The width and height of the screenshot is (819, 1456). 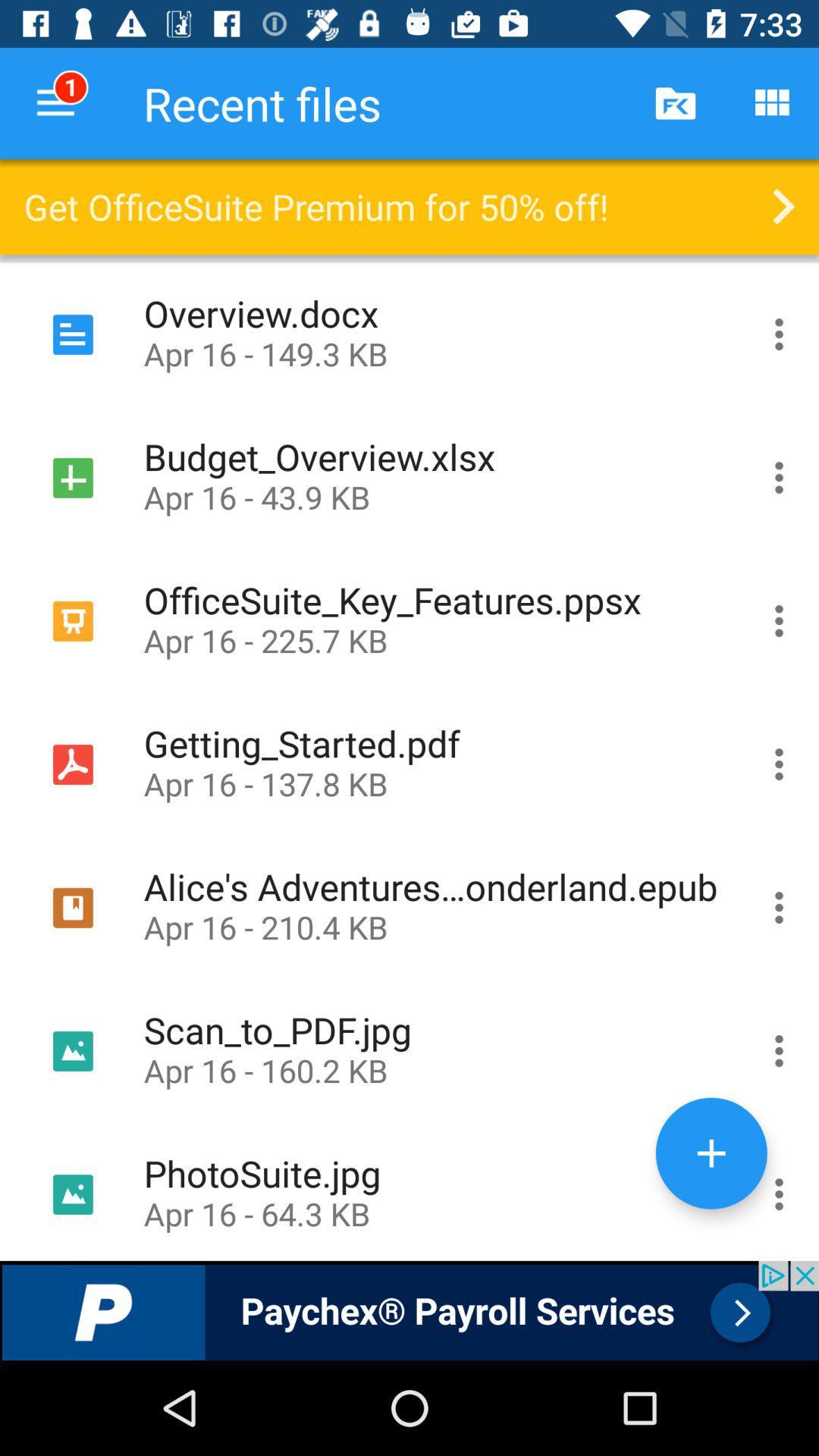 What do you see at coordinates (779, 334) in the screenshot?
I see `open hamburger-menu` at bounding box center [779, 334].